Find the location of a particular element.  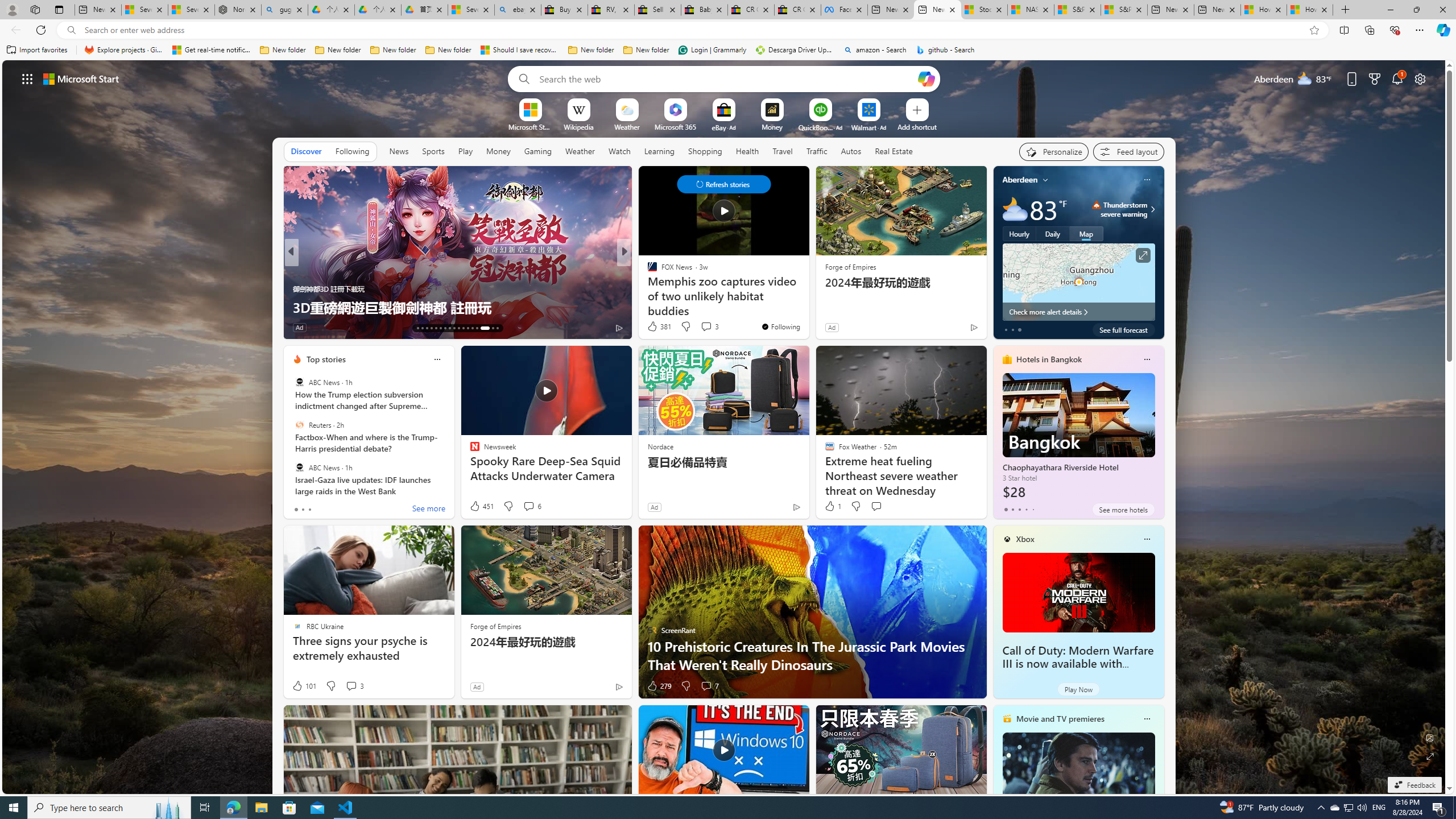

'My location' is located at coordinates (1045, 179).